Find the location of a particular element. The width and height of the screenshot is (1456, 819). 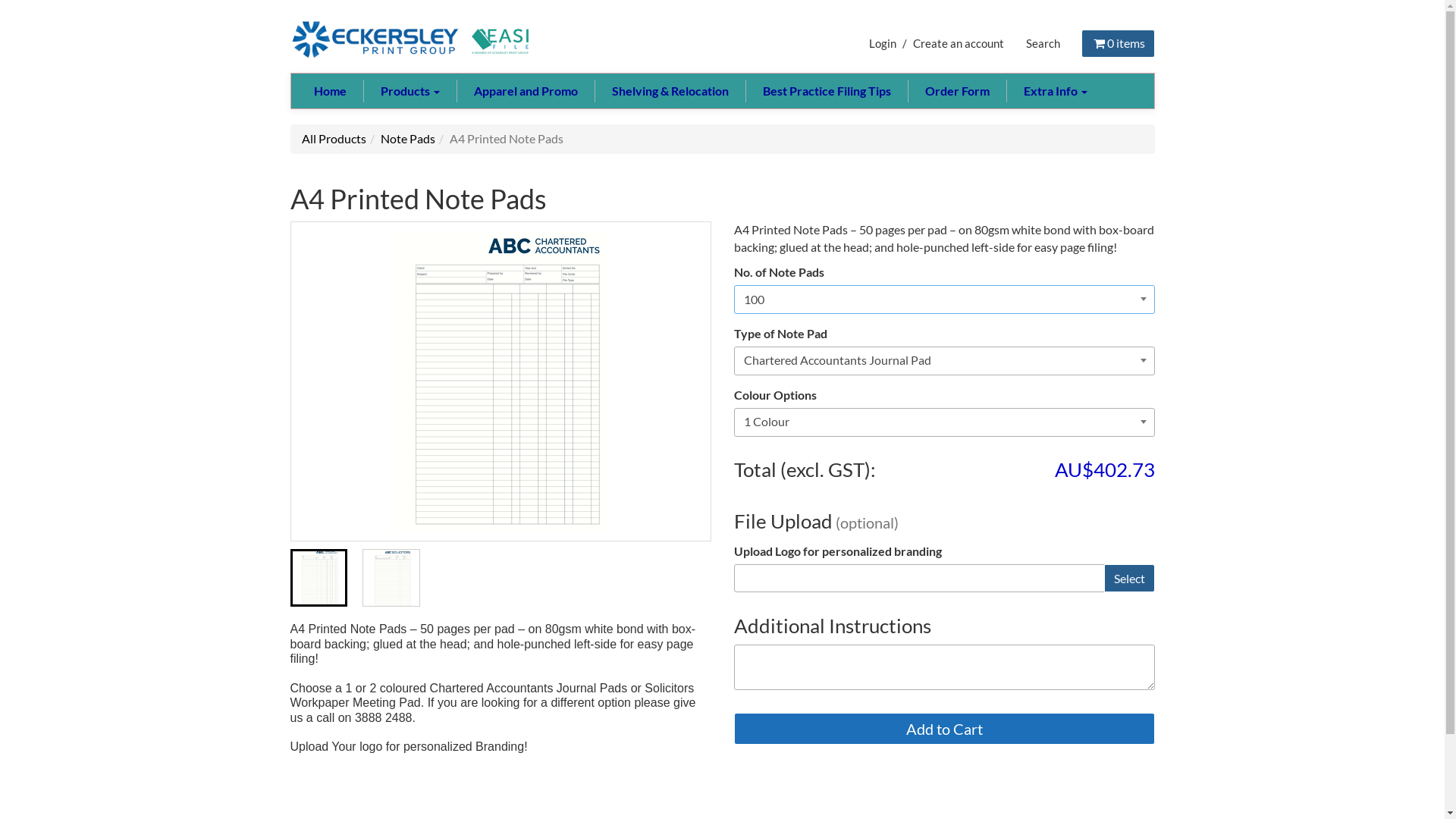

'Note Pads' is located at coordinates (407, 138).